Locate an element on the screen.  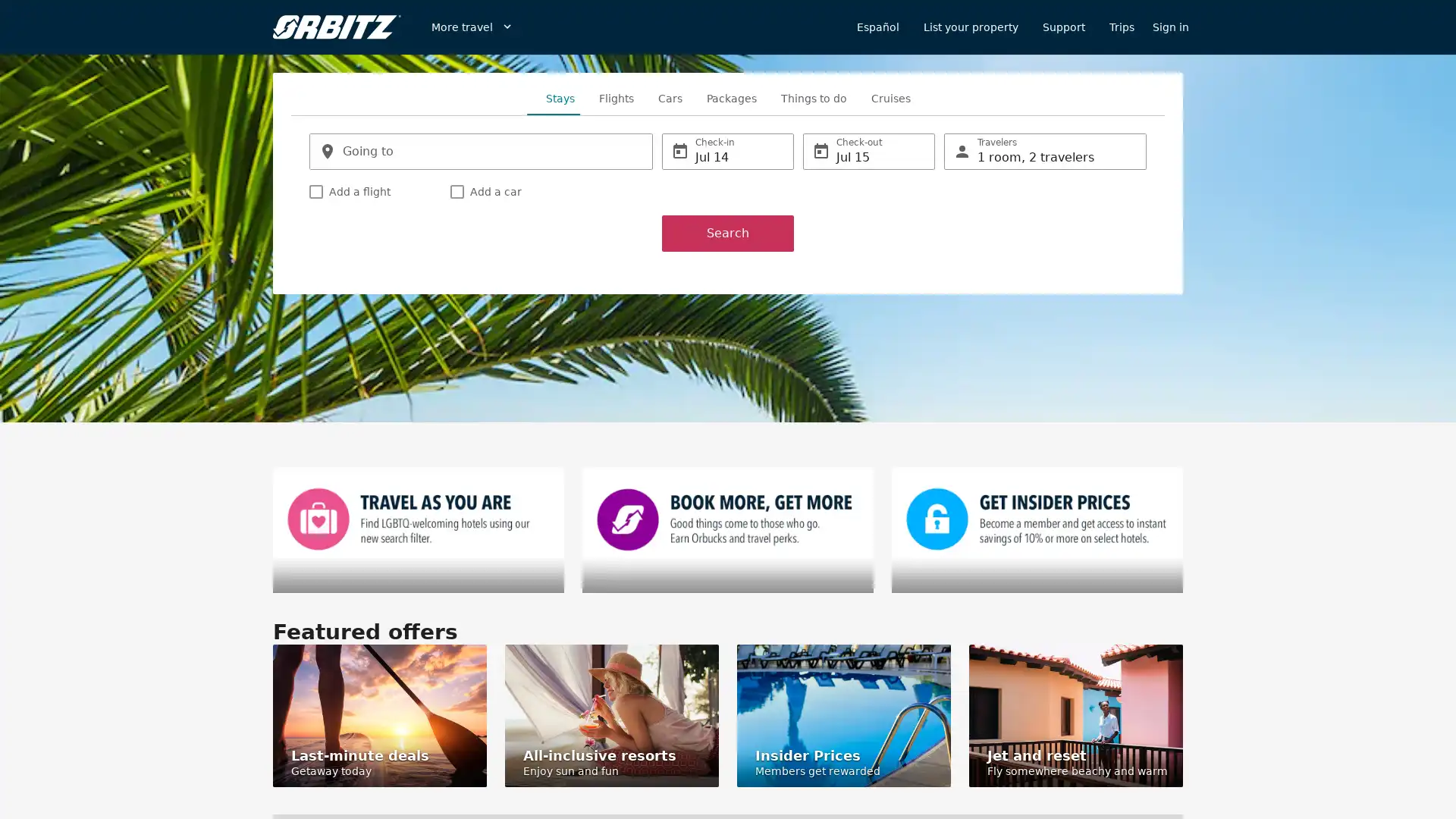
Search is located at coordinates (728, 233).